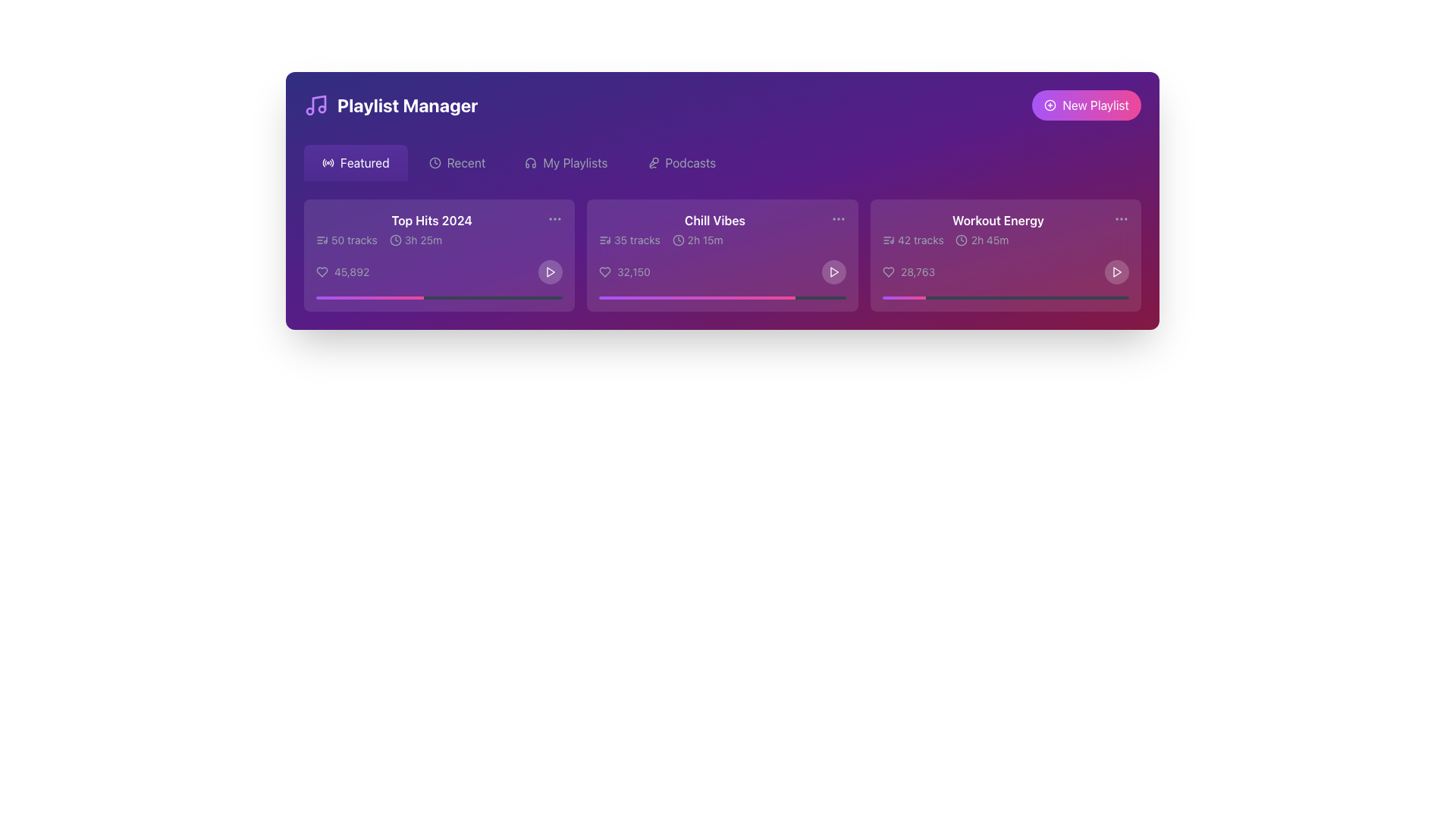 The height and width of the screenshot is (819, 1456). I want to click on the progress bar segment representing the completion percentage for the 'Chill Vibes' playlist, so click(696, 298).